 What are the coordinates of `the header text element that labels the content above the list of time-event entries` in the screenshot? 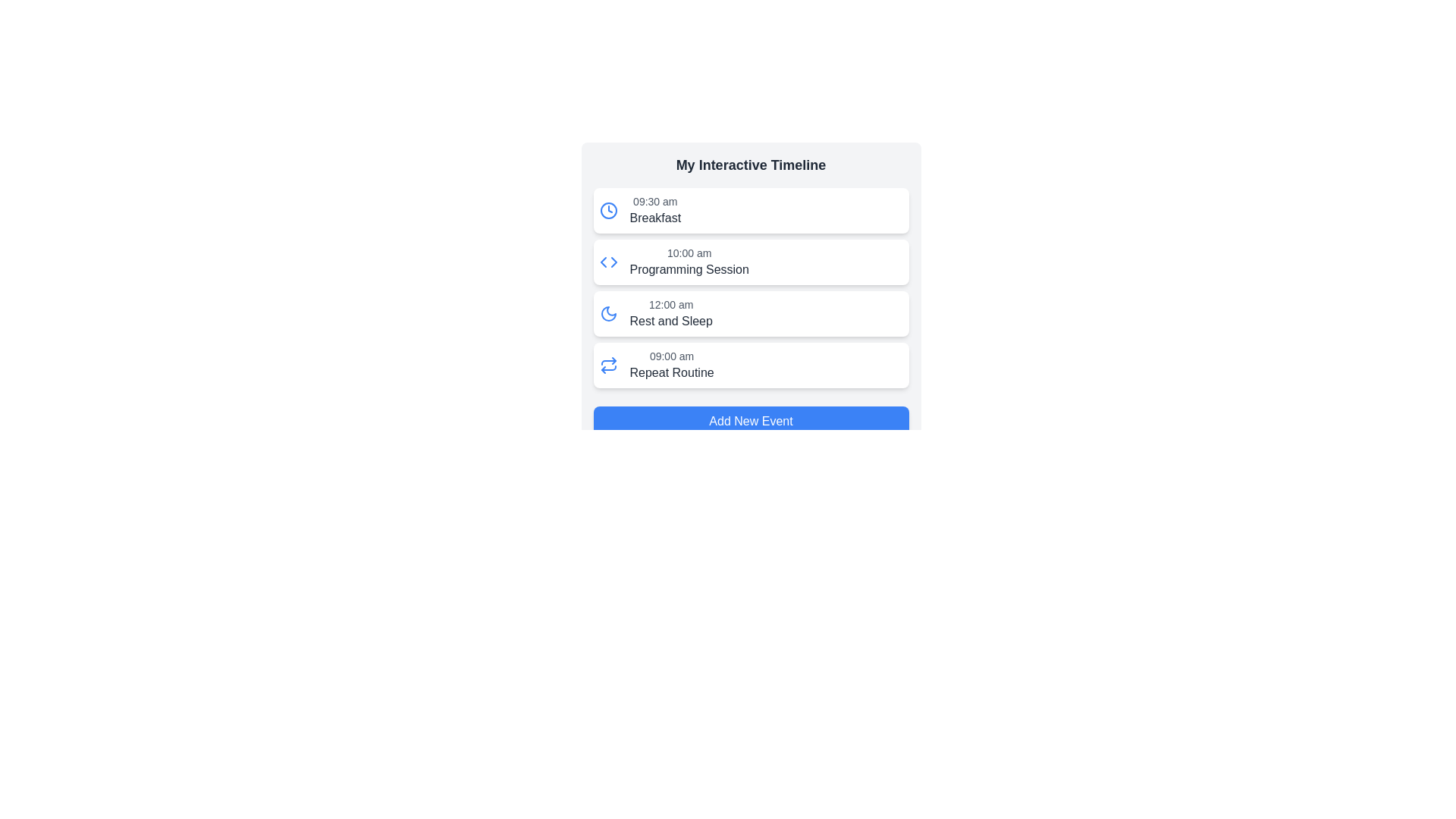 It's located at (751, 165).